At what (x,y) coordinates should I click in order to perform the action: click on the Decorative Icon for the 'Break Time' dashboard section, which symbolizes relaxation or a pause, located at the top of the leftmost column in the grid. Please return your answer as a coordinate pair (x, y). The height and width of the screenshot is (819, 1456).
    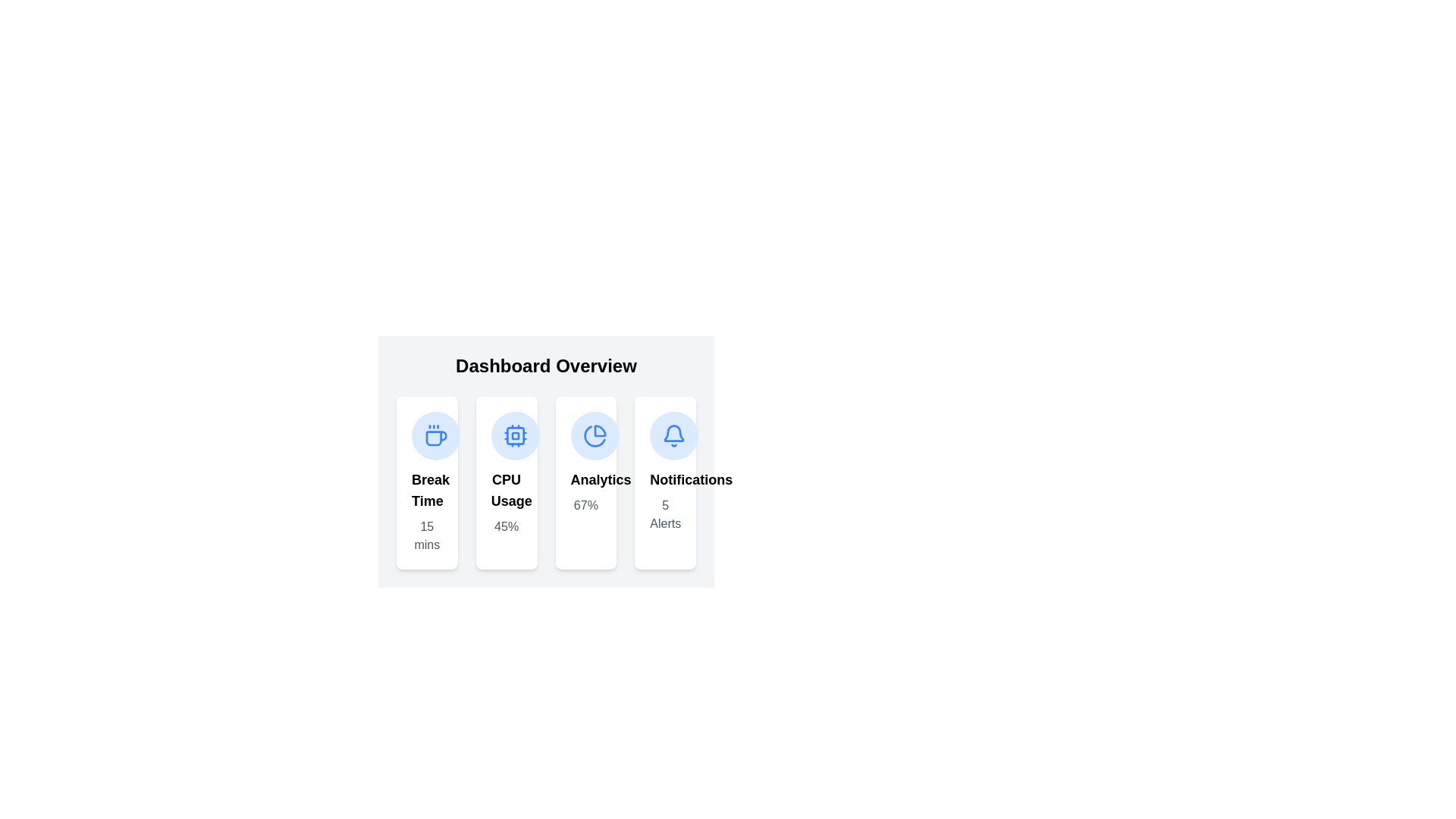
    Looking at the image, I should click on (435, 435).